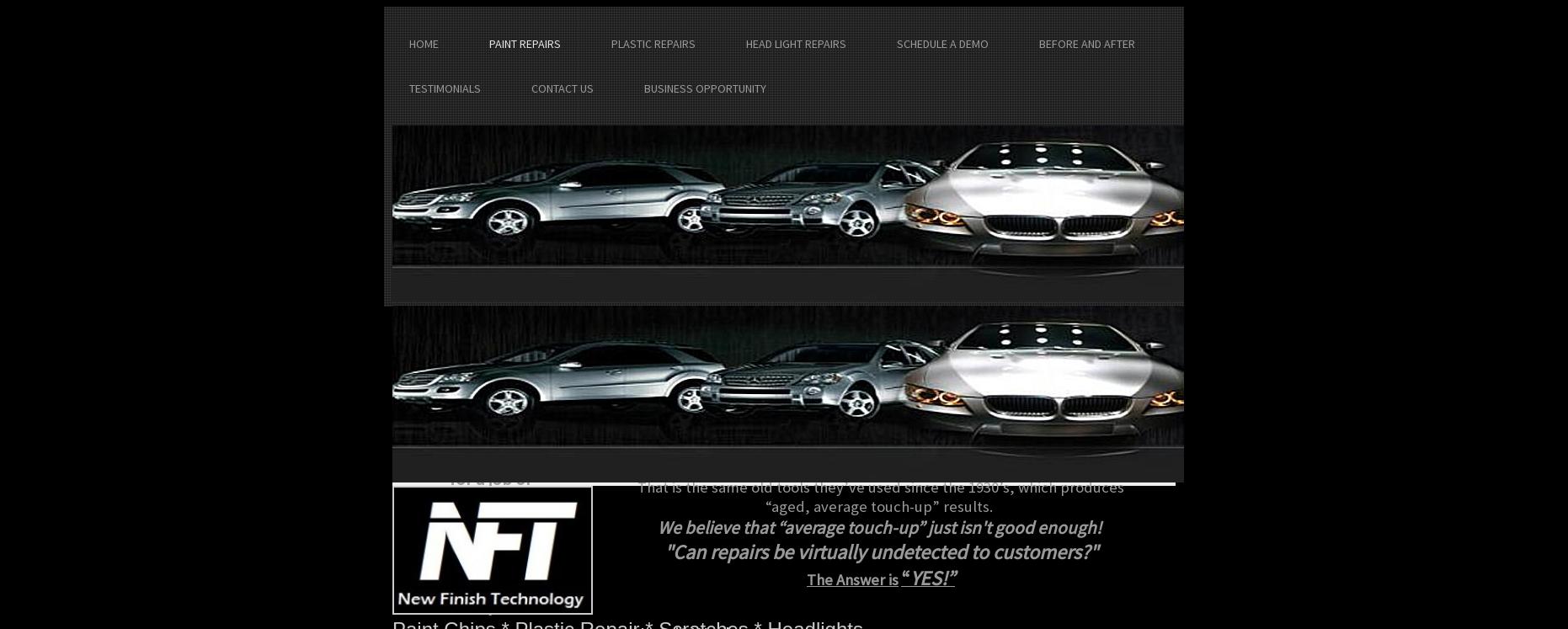  What do you see at coordinates (881, 496) in the screenshot?
I see `'That is the same old tools they’ve used since the 1930’s, which produces “aged, average touch-up”
results.'` at bounding box center [881, 496].